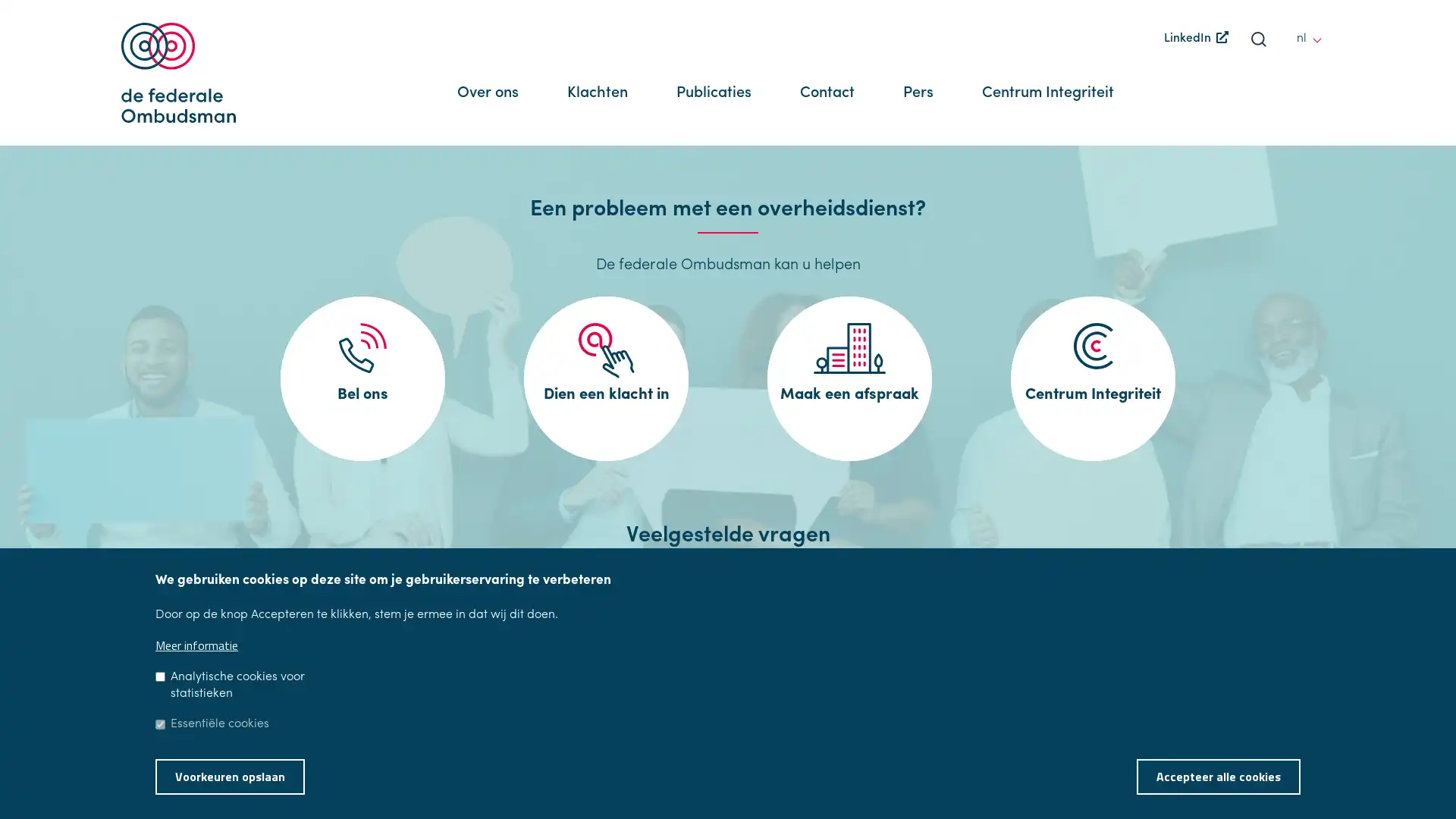 The height and width of the screenshot is (819, 1456). I want to click on Accepteer alle cookies, so click(1219, 776).